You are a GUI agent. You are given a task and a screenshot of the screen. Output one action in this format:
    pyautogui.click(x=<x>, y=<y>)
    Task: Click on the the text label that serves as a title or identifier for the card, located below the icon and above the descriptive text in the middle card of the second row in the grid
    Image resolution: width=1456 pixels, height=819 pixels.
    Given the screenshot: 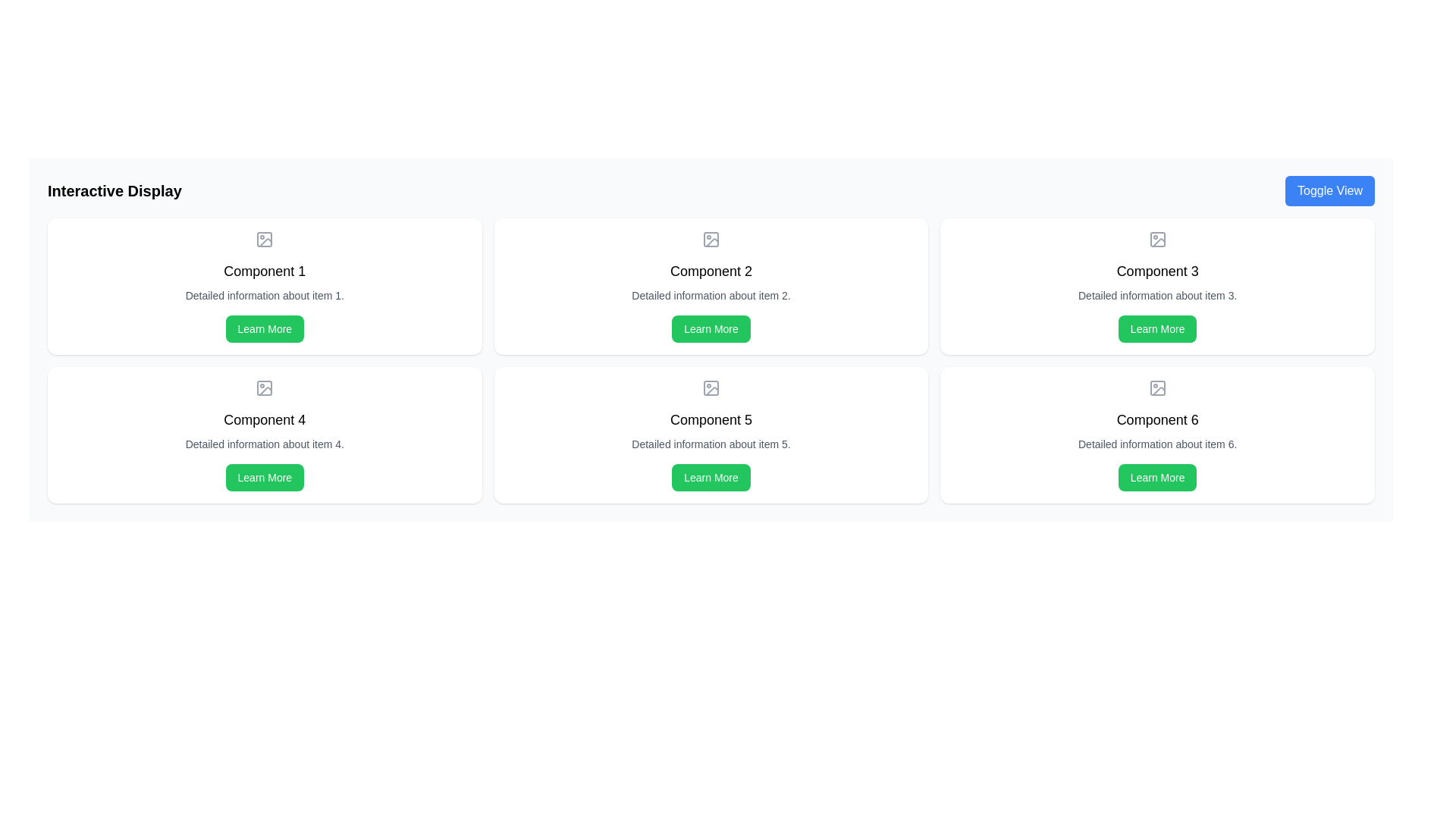 What is the action you would take?
    pyautogui.click(x=710, y=420)
    